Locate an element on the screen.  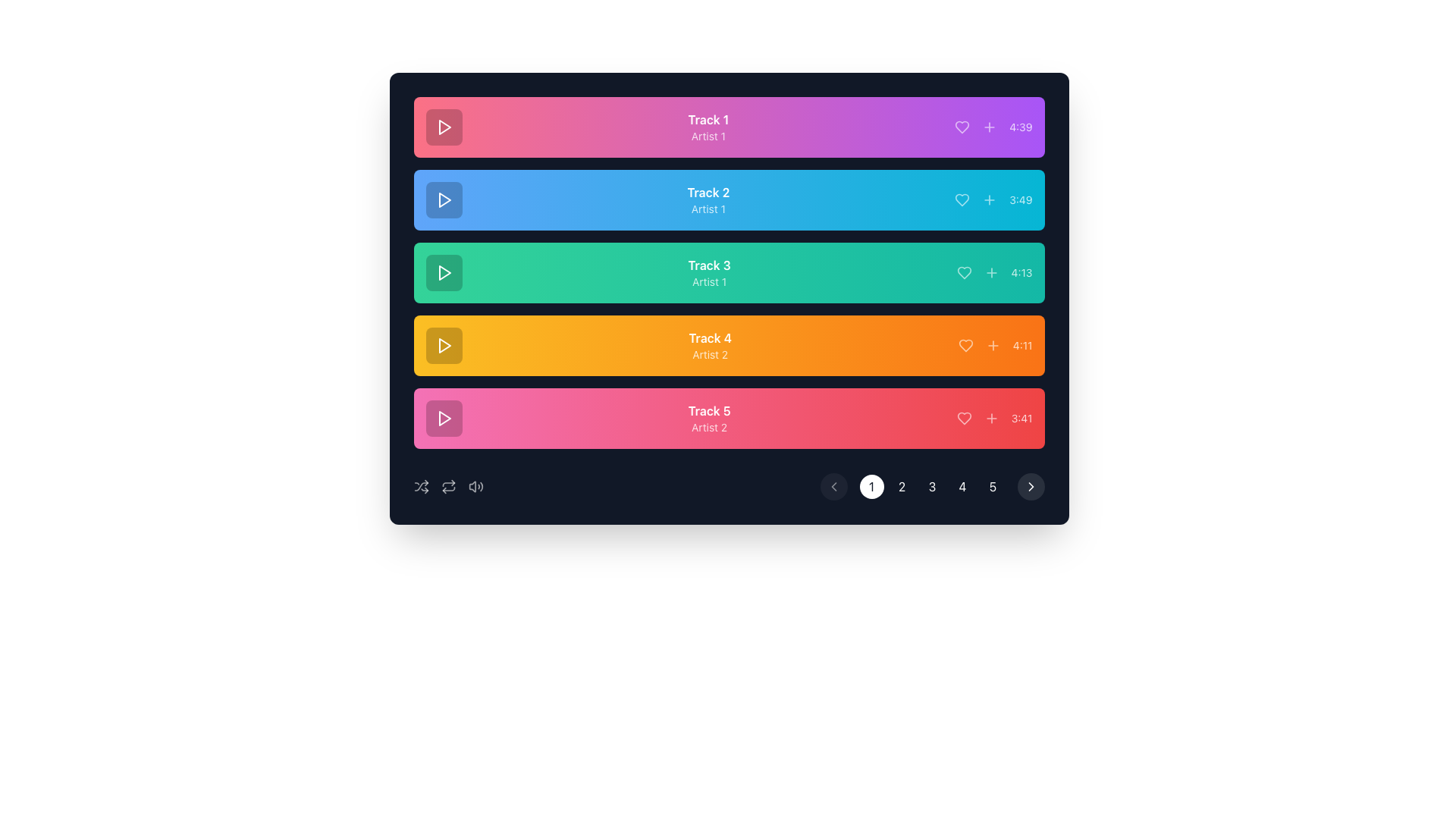
the Interactive heart-shaped icon is located at coordinates (962, 199).